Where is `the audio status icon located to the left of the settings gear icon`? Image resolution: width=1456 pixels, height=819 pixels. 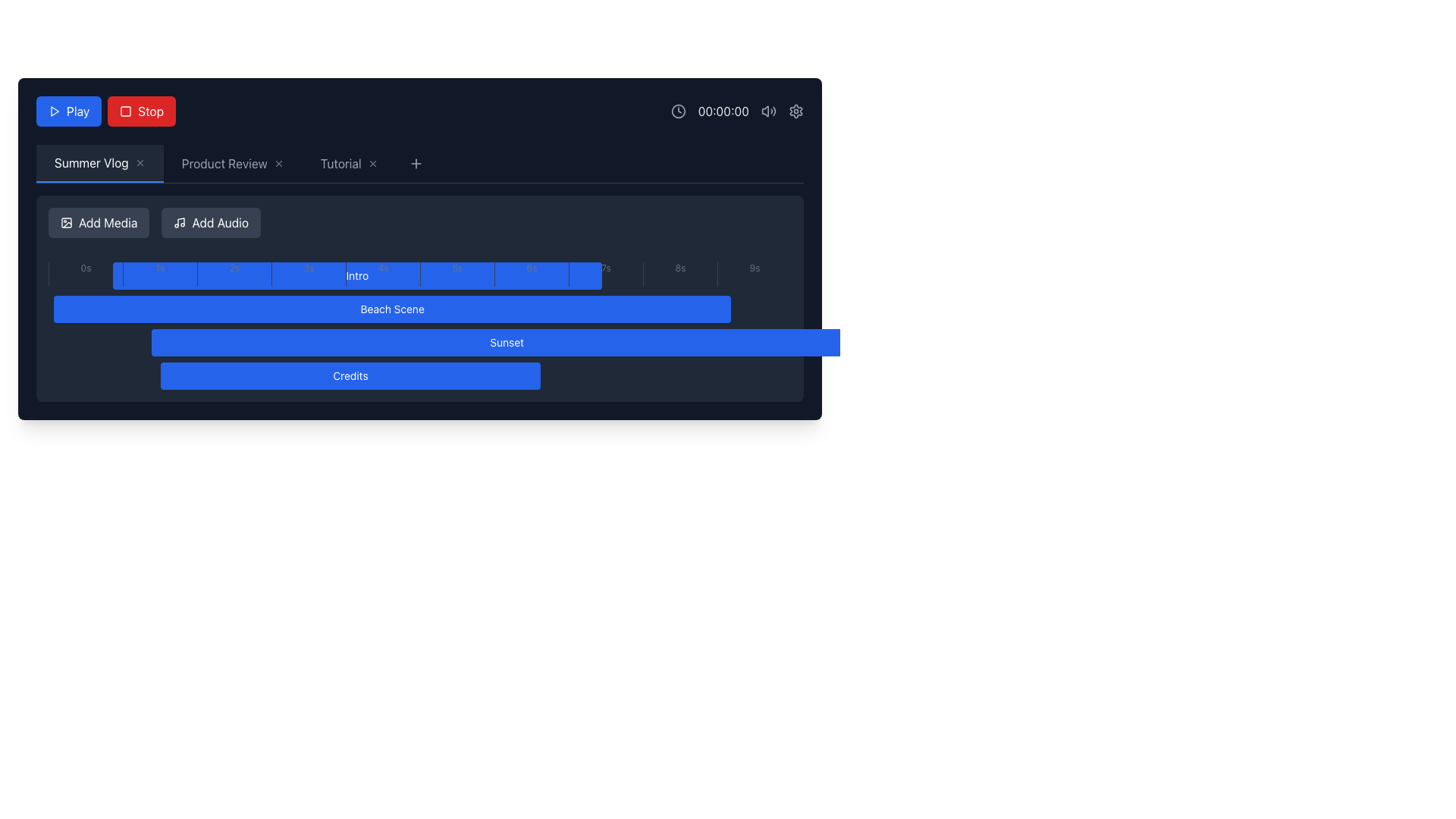 the audio status icon located to the left of the settings gear icon is located at coordinates (768, 110).